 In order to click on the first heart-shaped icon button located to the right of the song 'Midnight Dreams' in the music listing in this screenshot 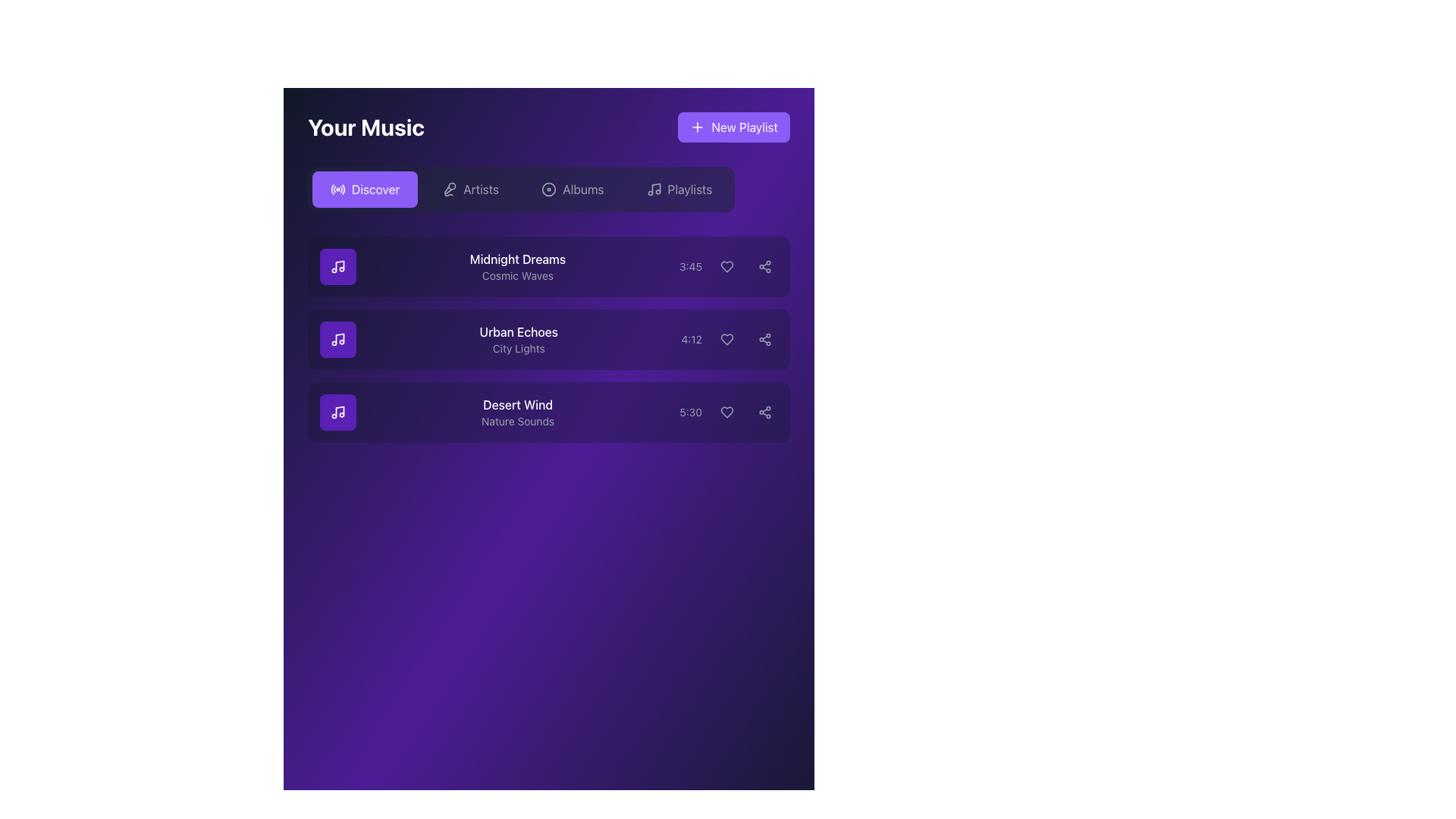, I will do `click(726, 265)`.